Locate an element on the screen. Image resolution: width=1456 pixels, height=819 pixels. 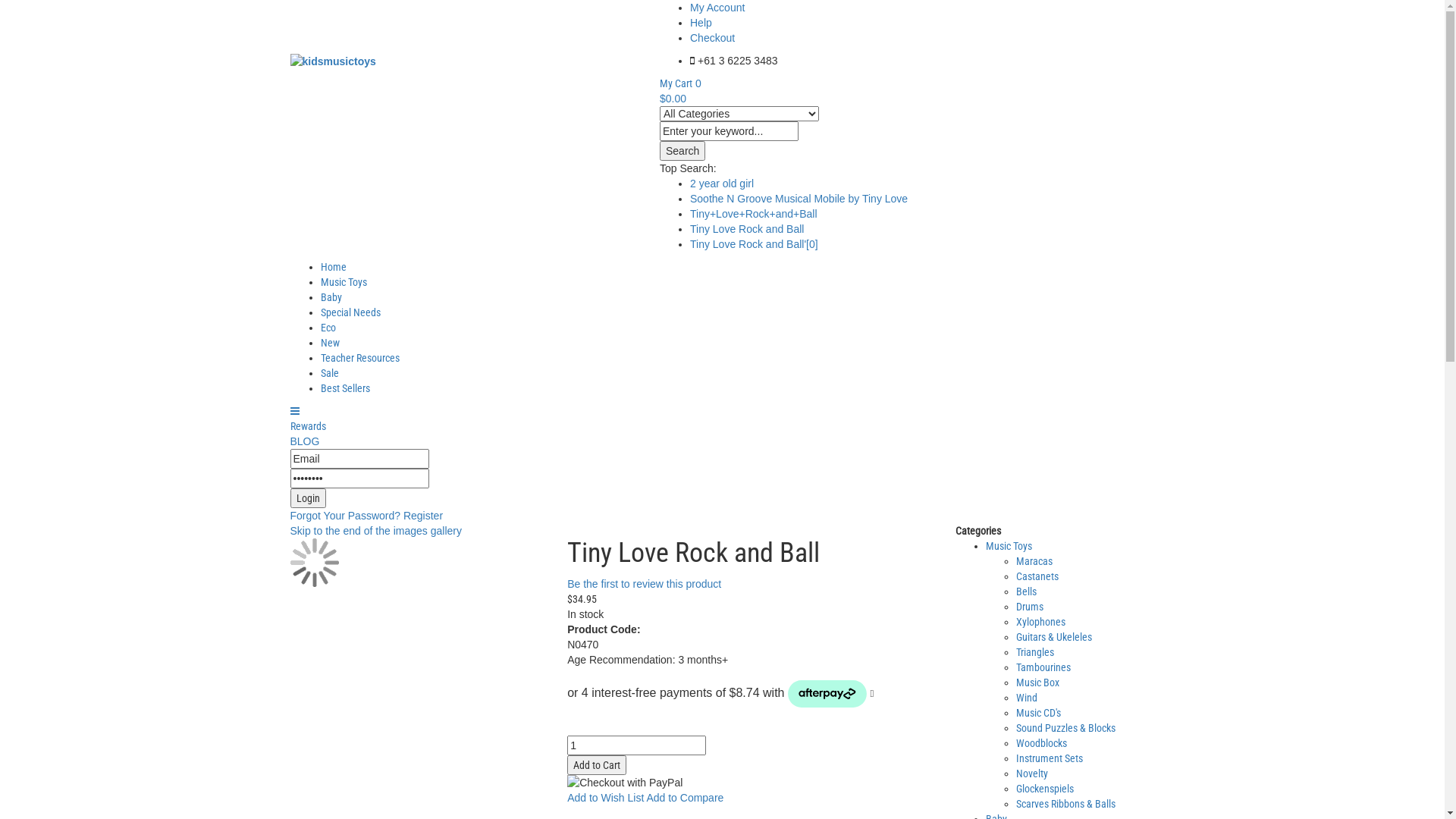
'Checkout' is located at coordinates (711, 37).